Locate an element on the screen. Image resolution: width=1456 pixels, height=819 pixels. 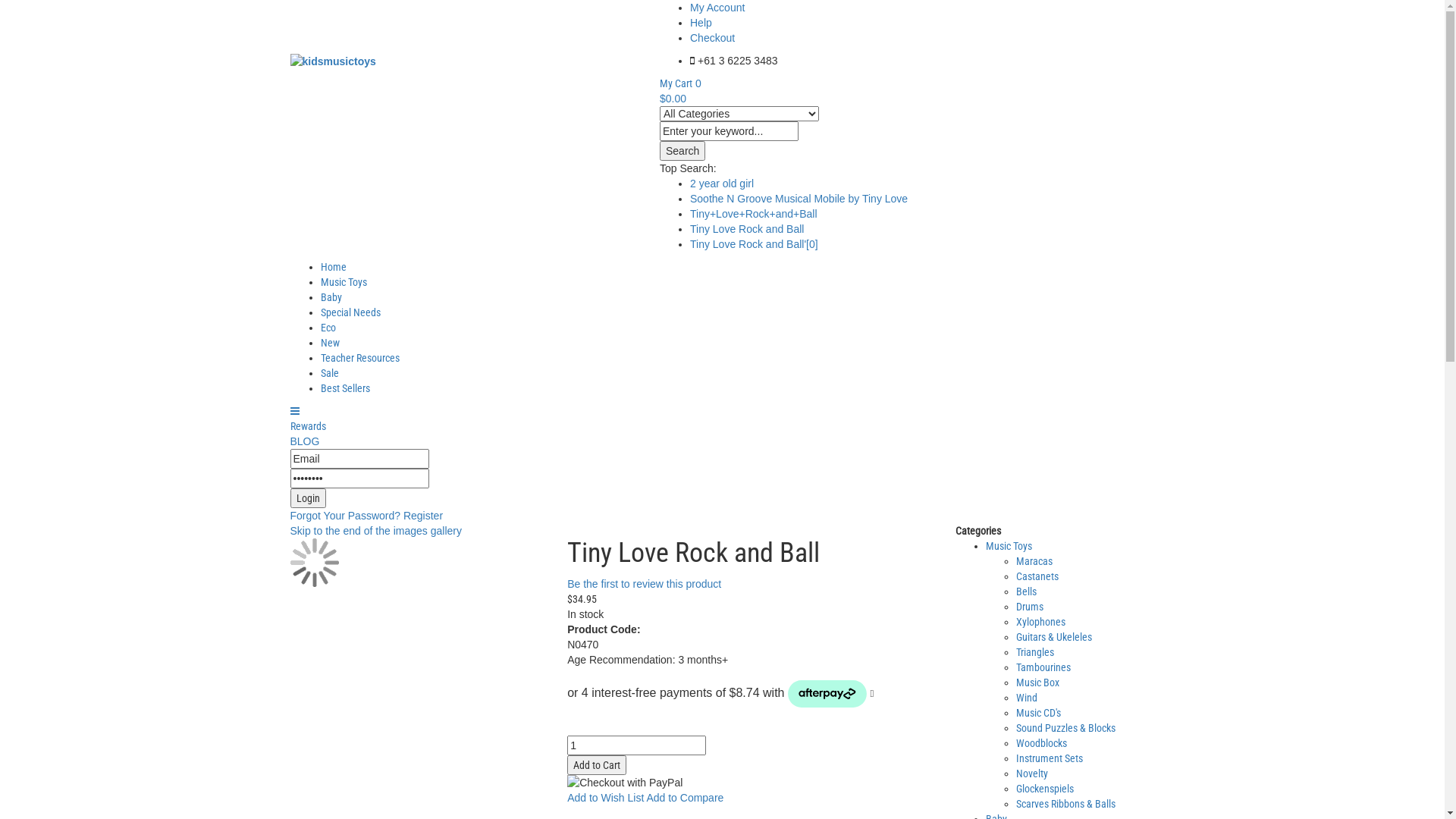
'Checkout' is located at coordinates (711, 37).